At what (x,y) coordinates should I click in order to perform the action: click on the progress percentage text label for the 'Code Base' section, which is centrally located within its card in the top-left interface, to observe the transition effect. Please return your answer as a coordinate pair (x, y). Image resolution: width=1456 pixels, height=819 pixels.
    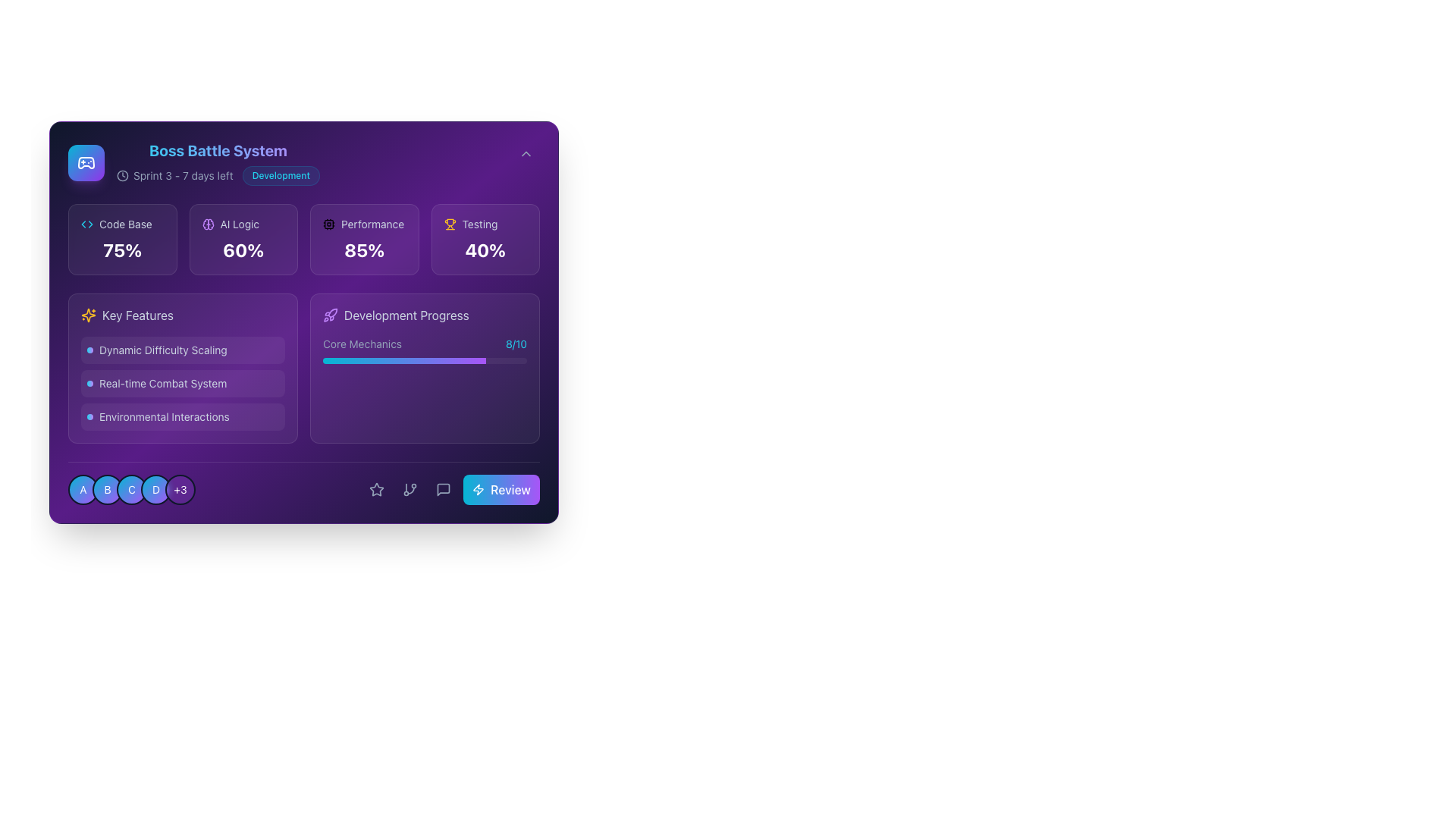
    Looking at the image, I should click on (122, 249).